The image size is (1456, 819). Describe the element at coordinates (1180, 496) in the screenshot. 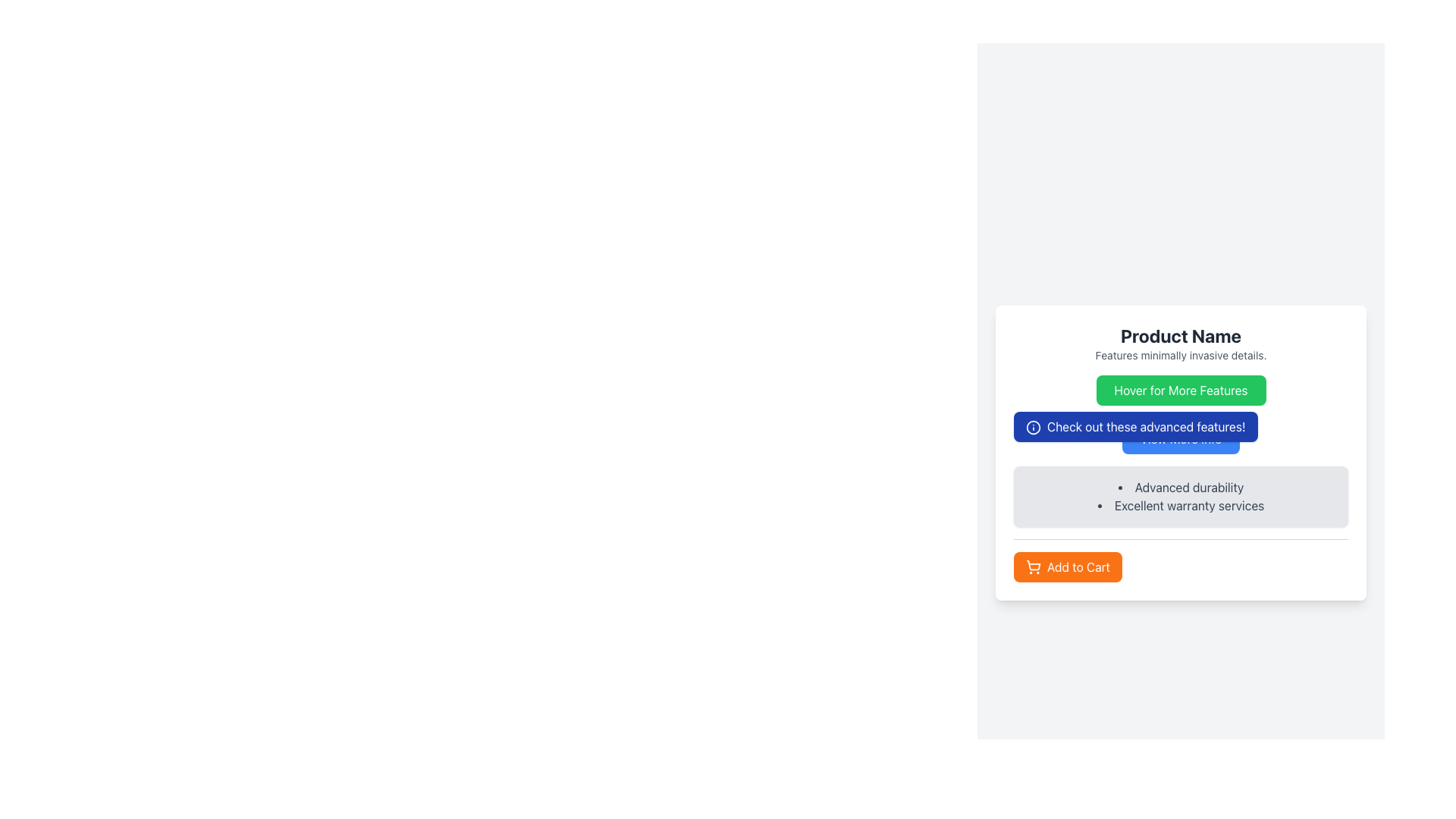

I see `text from the informational list that presents product features, located in the grey rounded section below the blue call-to-action button and above the orange 'Add to Cart' button` at that location.